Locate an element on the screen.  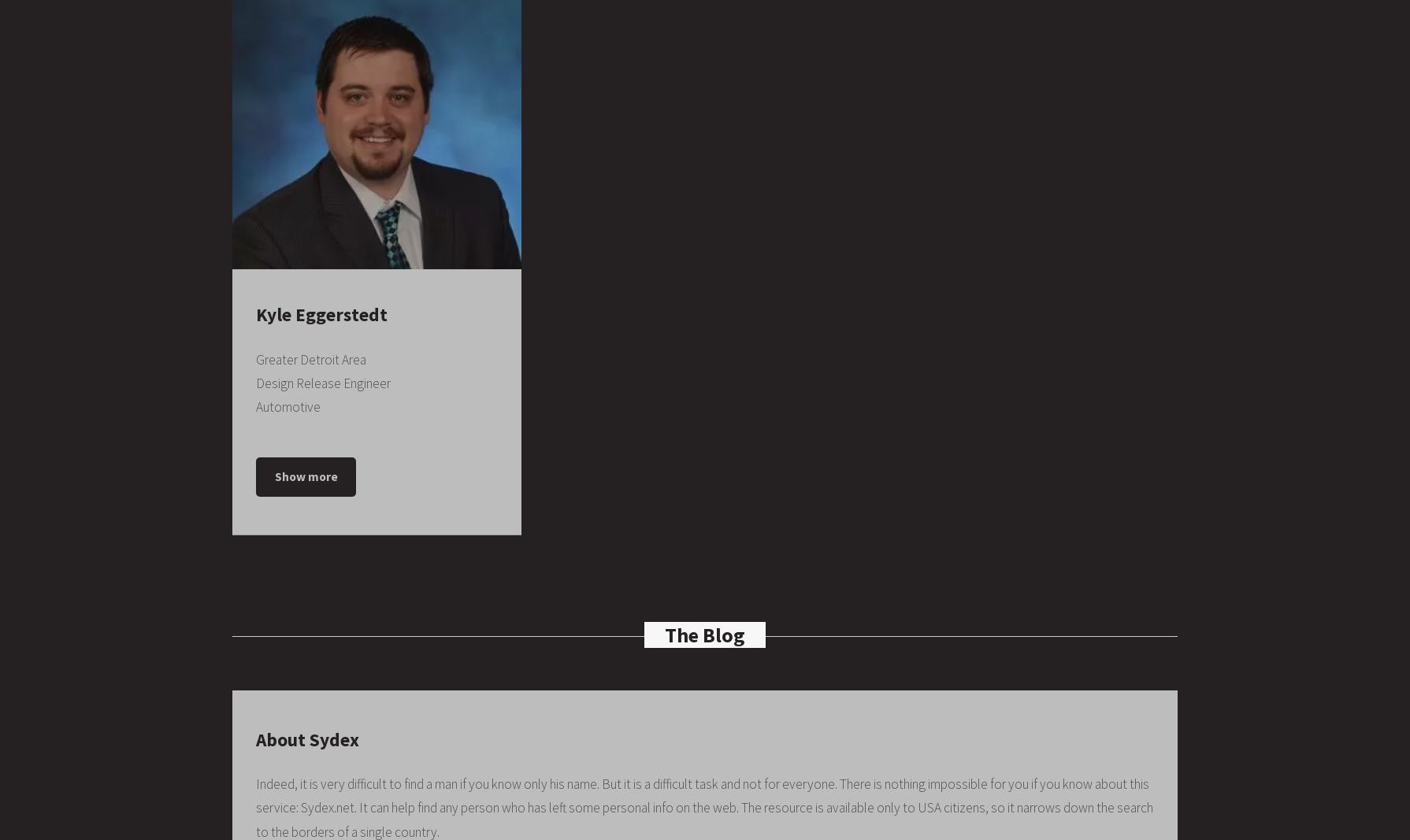
'Alabama State University' is located at coordinates (654, 54).